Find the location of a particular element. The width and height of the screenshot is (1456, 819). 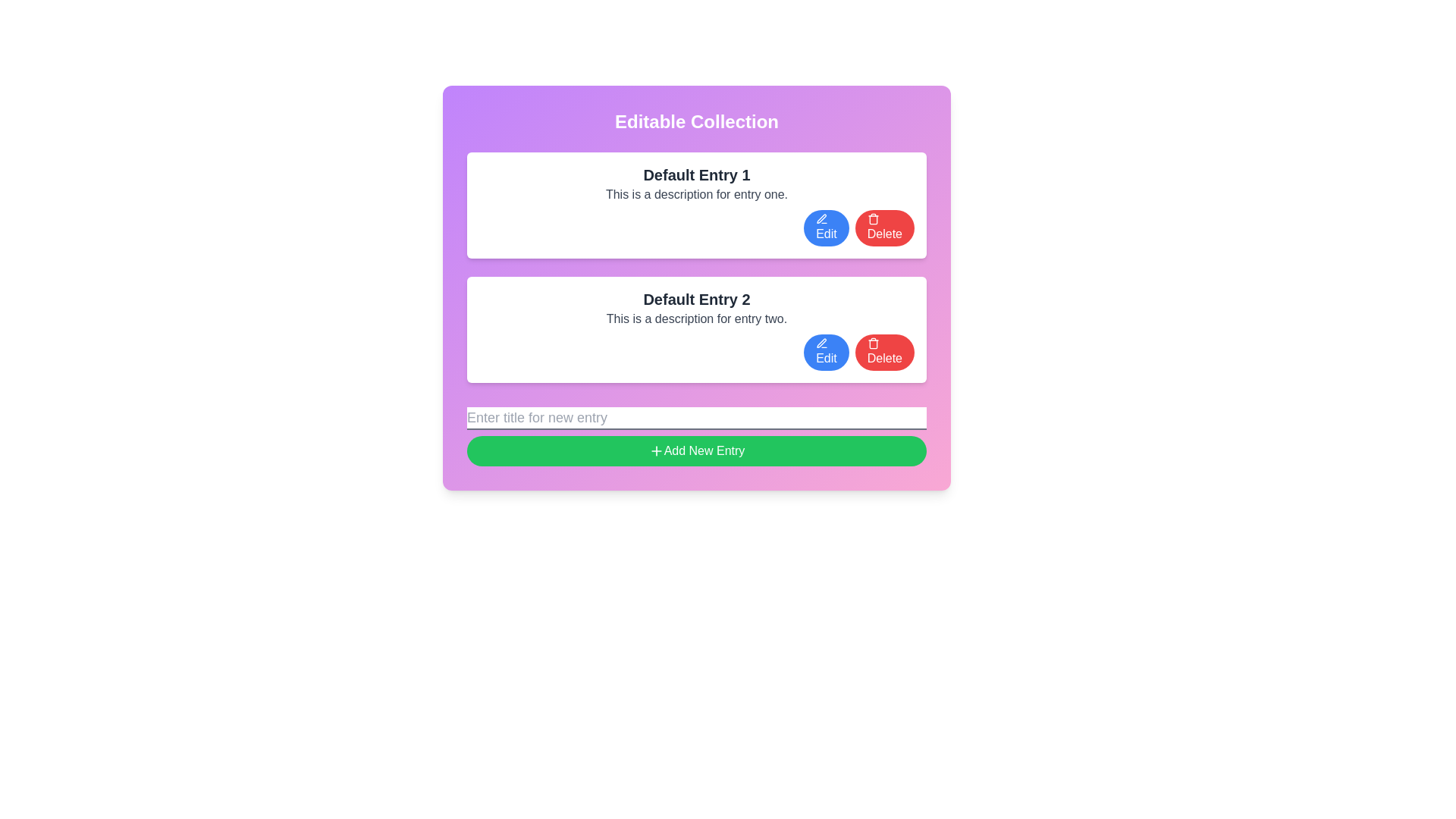

within the 'Editable Collection' area to interact with the entries displayed in white cards is located at coordinates (695, 288).